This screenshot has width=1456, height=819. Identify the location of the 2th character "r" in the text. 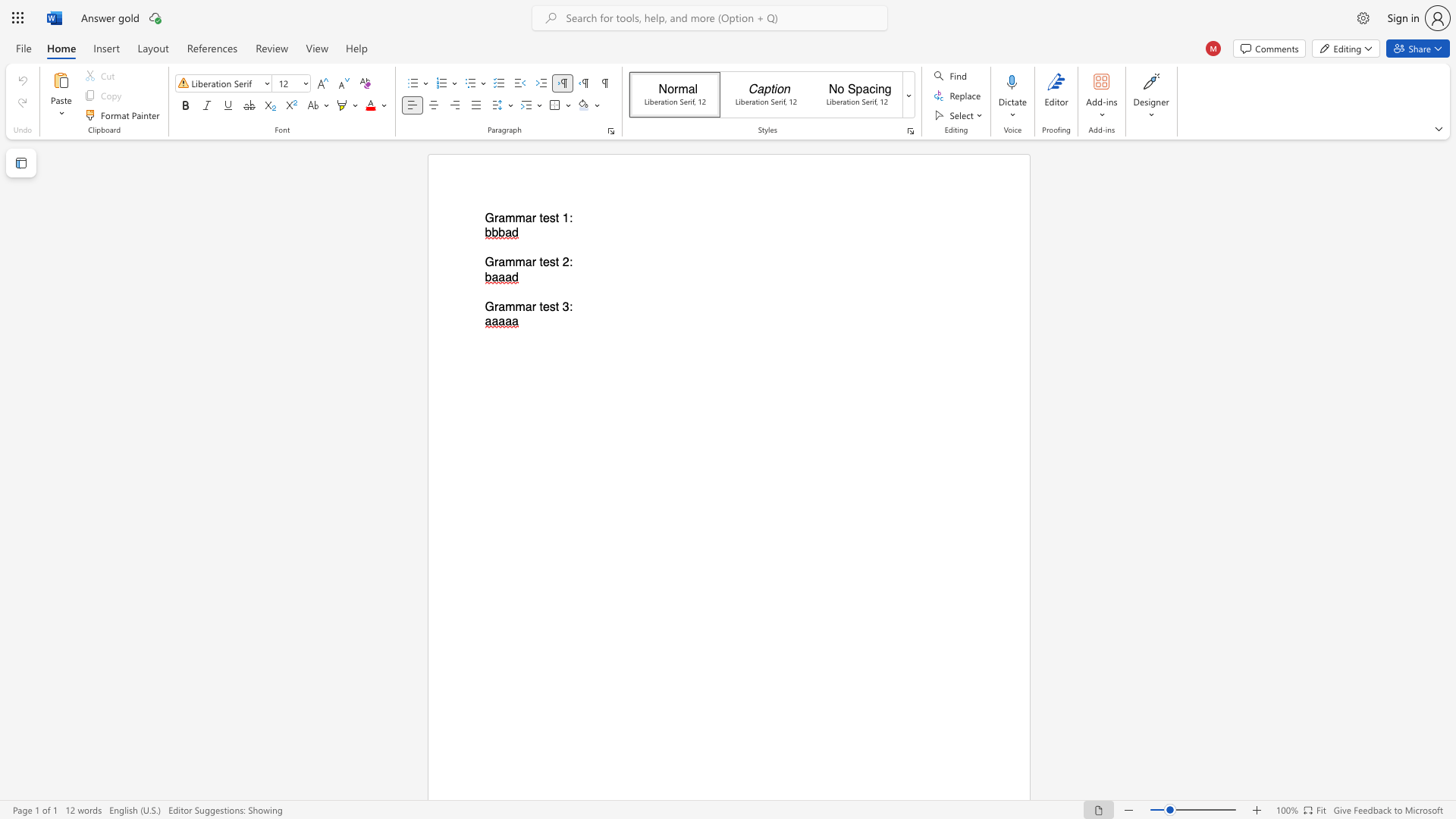
(534, 306).